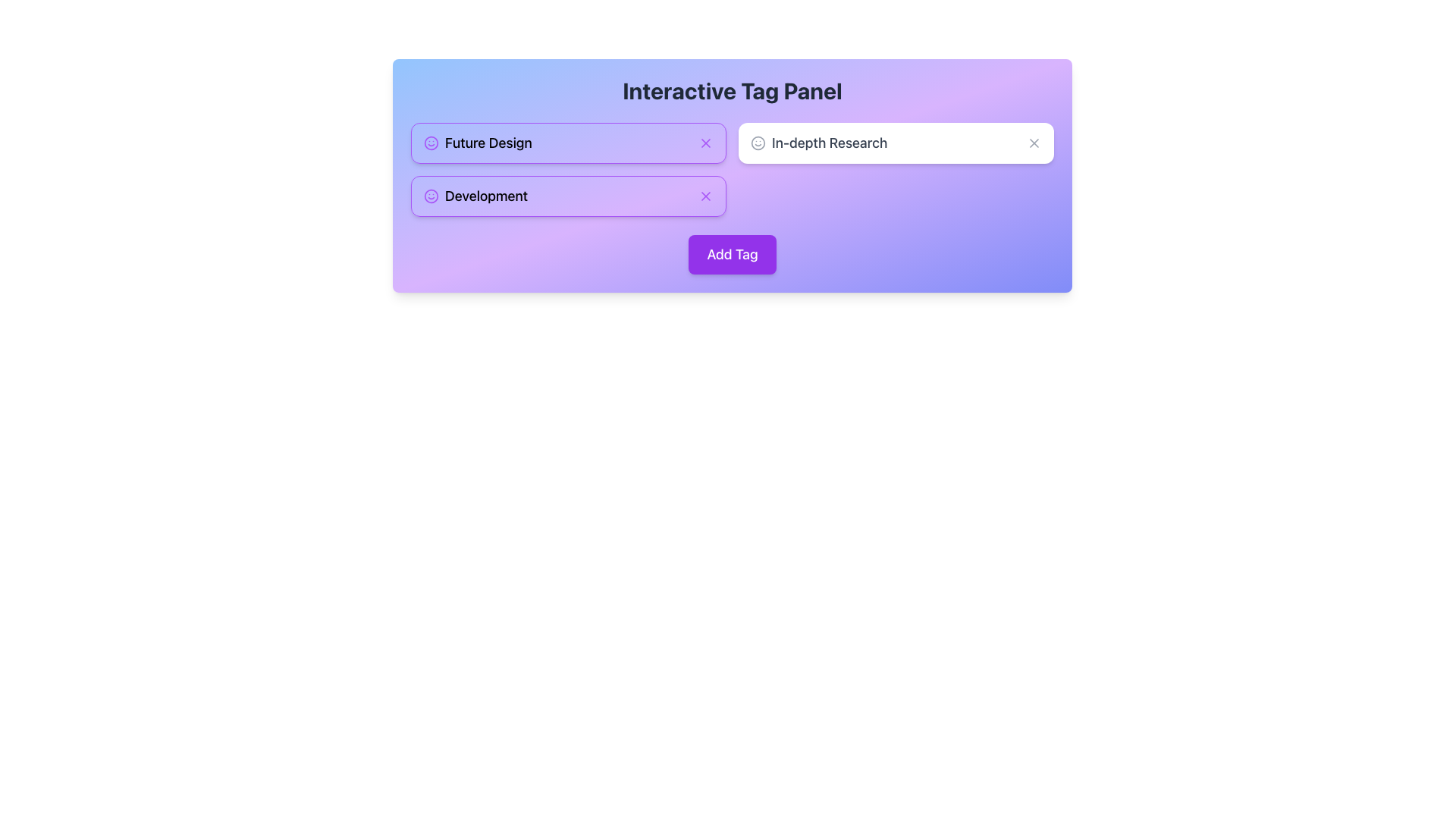 This screenshot has height=819, width=1456. Describe the element at coordinates (431, 195) in the screenshot. I see `the Decorative Icon, which is a circular icon with a purple outline and a smile-like graphic located to the left of the 'Development' text` at that location.